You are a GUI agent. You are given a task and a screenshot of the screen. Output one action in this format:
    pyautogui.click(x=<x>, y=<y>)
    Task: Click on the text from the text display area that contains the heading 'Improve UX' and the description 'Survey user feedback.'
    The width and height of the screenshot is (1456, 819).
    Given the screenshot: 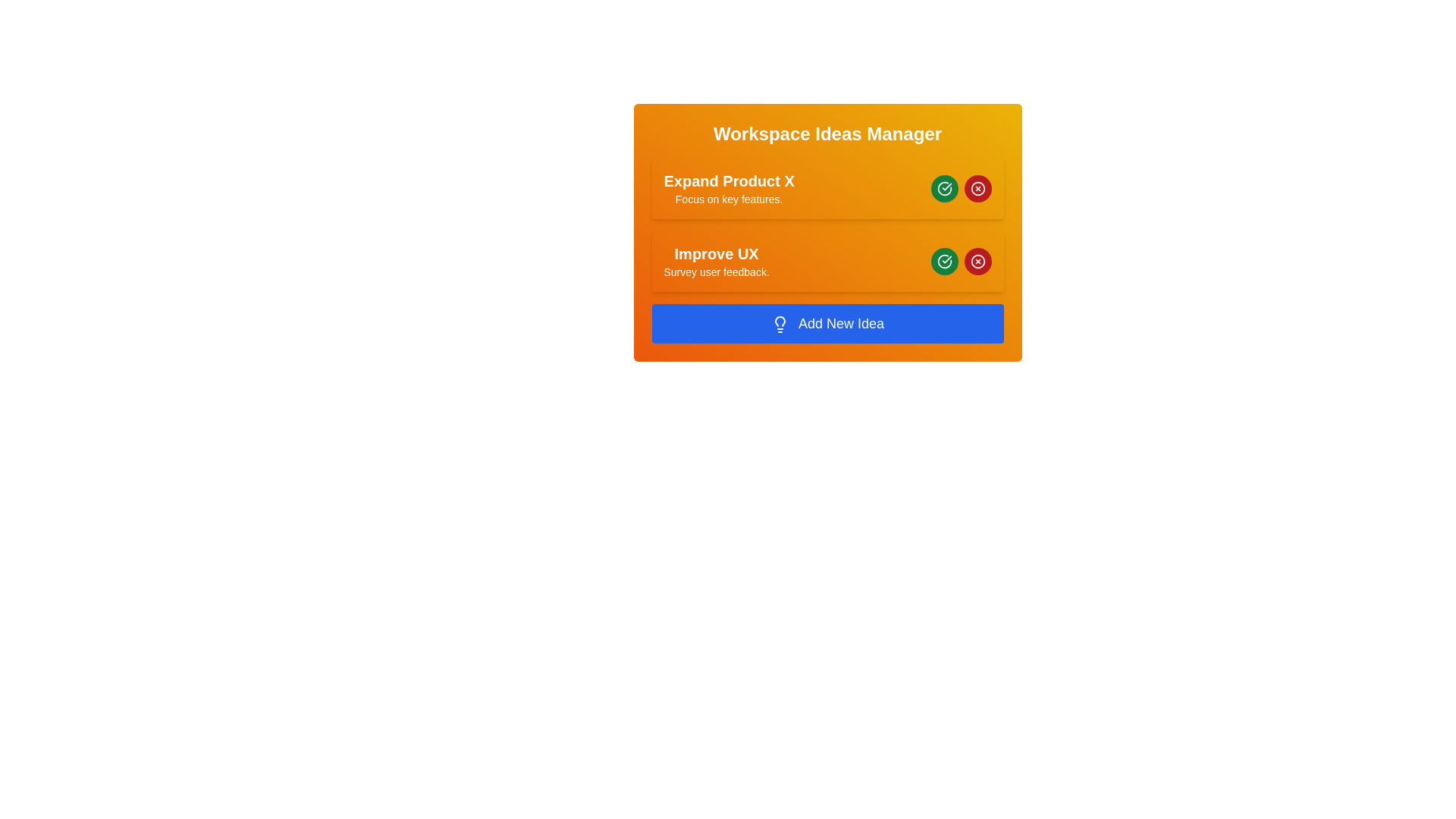 What is the action you would take?
    pyautogui.click(x=716, y=260)
    